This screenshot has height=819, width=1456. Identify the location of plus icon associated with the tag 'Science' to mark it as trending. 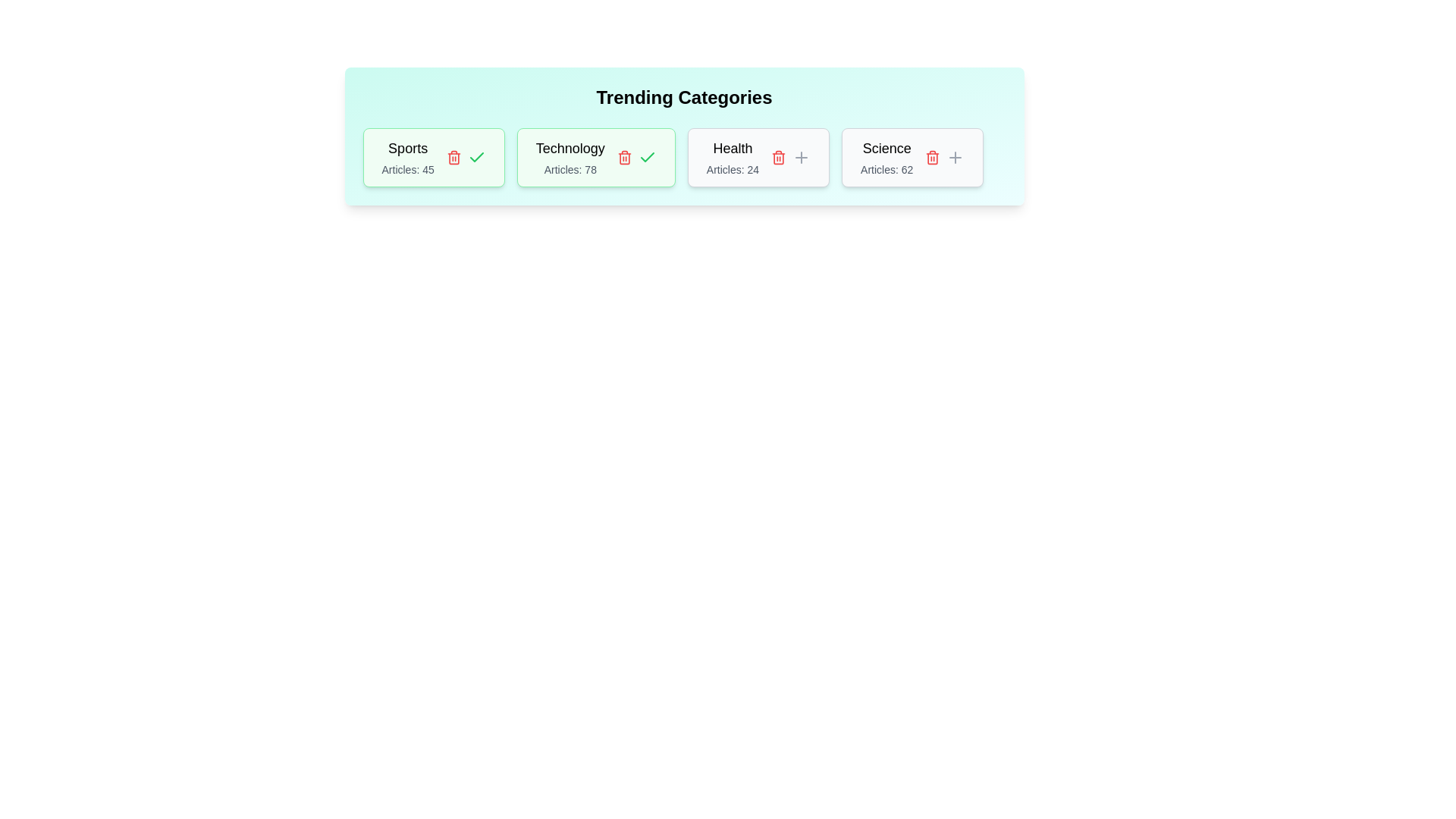
(955, 158).